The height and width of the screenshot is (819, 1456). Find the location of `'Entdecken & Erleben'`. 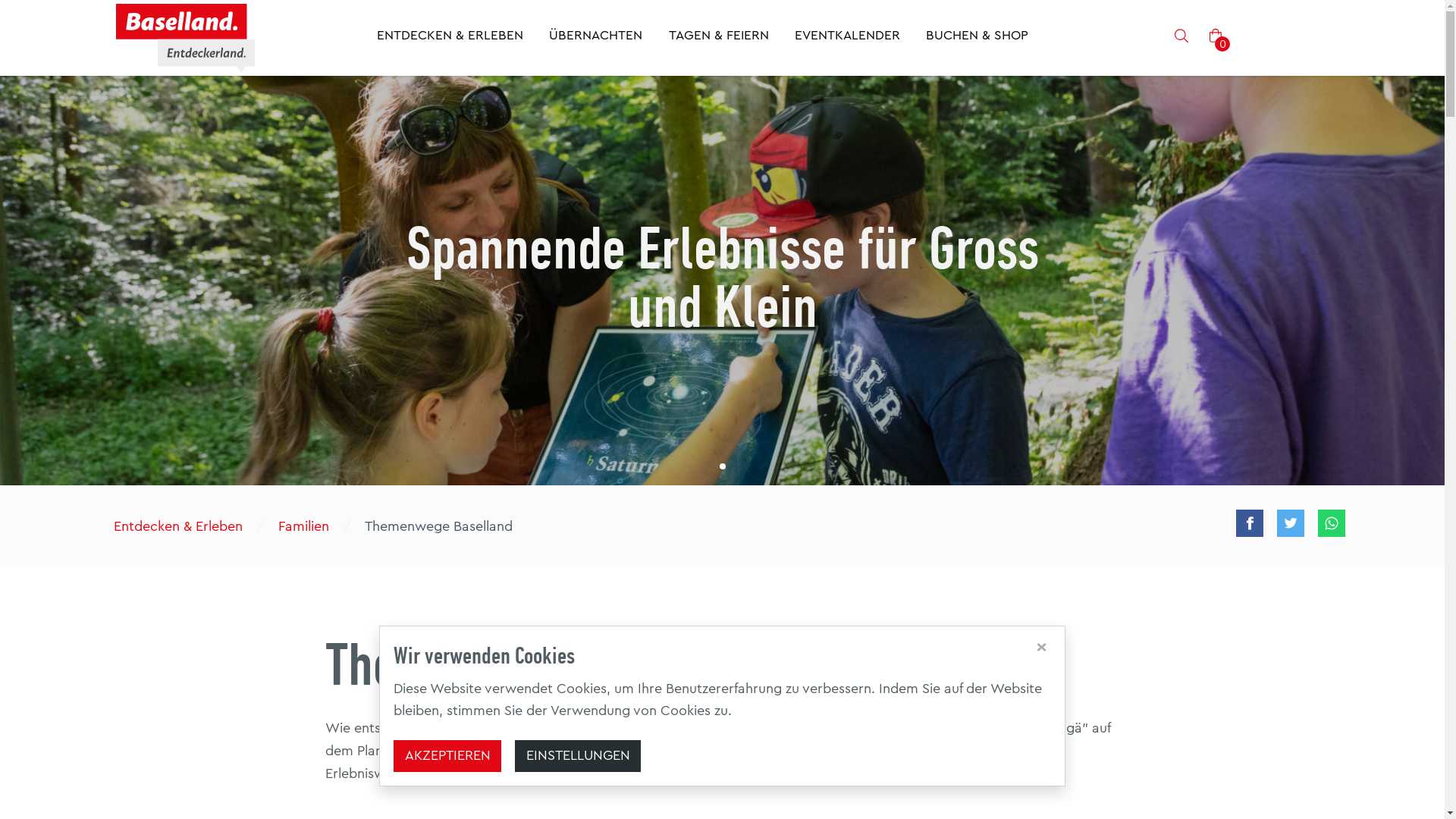

'Entdecken & Erleben' is located at coordinates (105, 525).